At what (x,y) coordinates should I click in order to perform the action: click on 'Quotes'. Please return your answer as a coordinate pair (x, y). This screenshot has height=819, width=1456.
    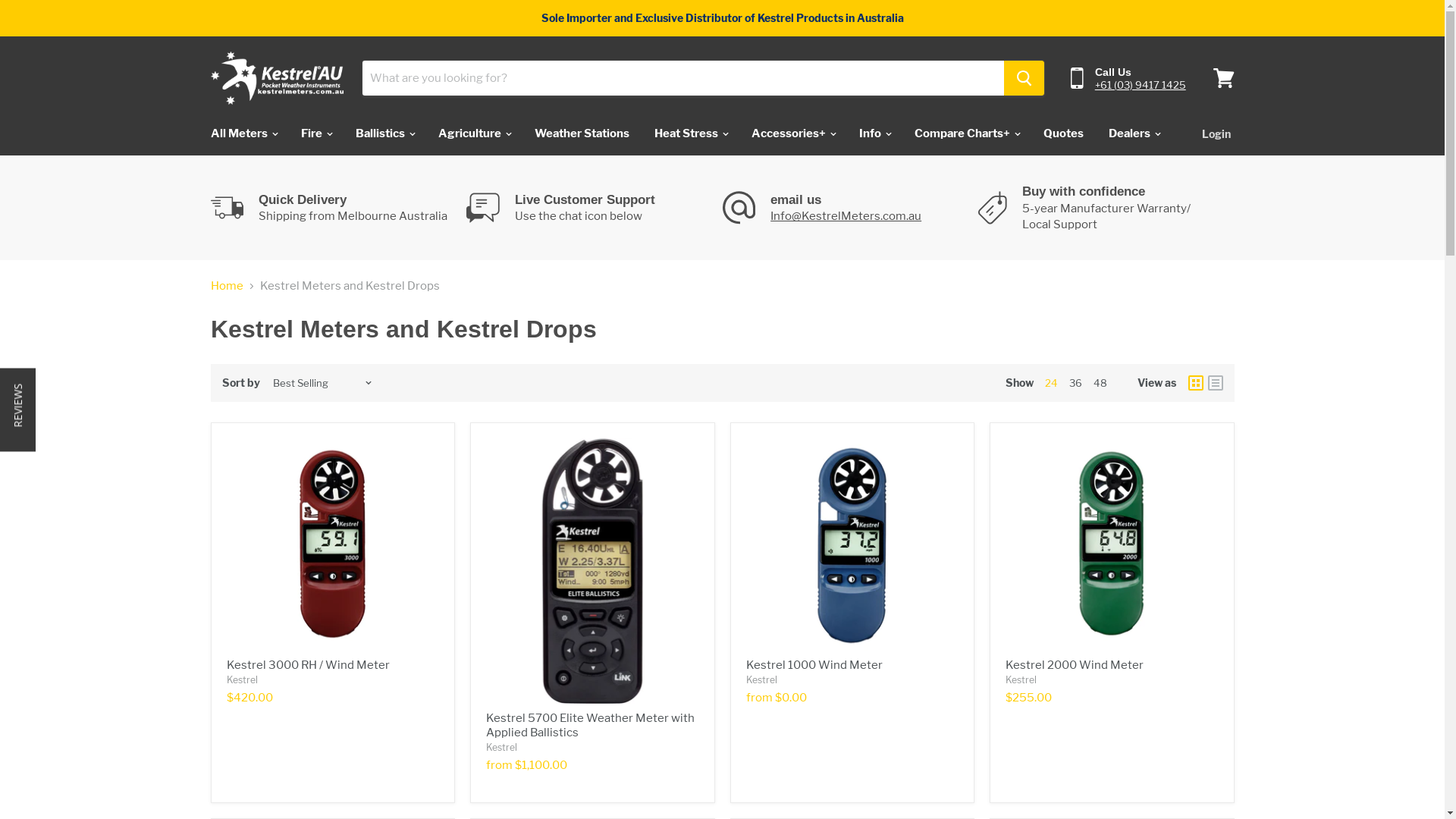
    Looking at the image, I should click on (1062, 133).